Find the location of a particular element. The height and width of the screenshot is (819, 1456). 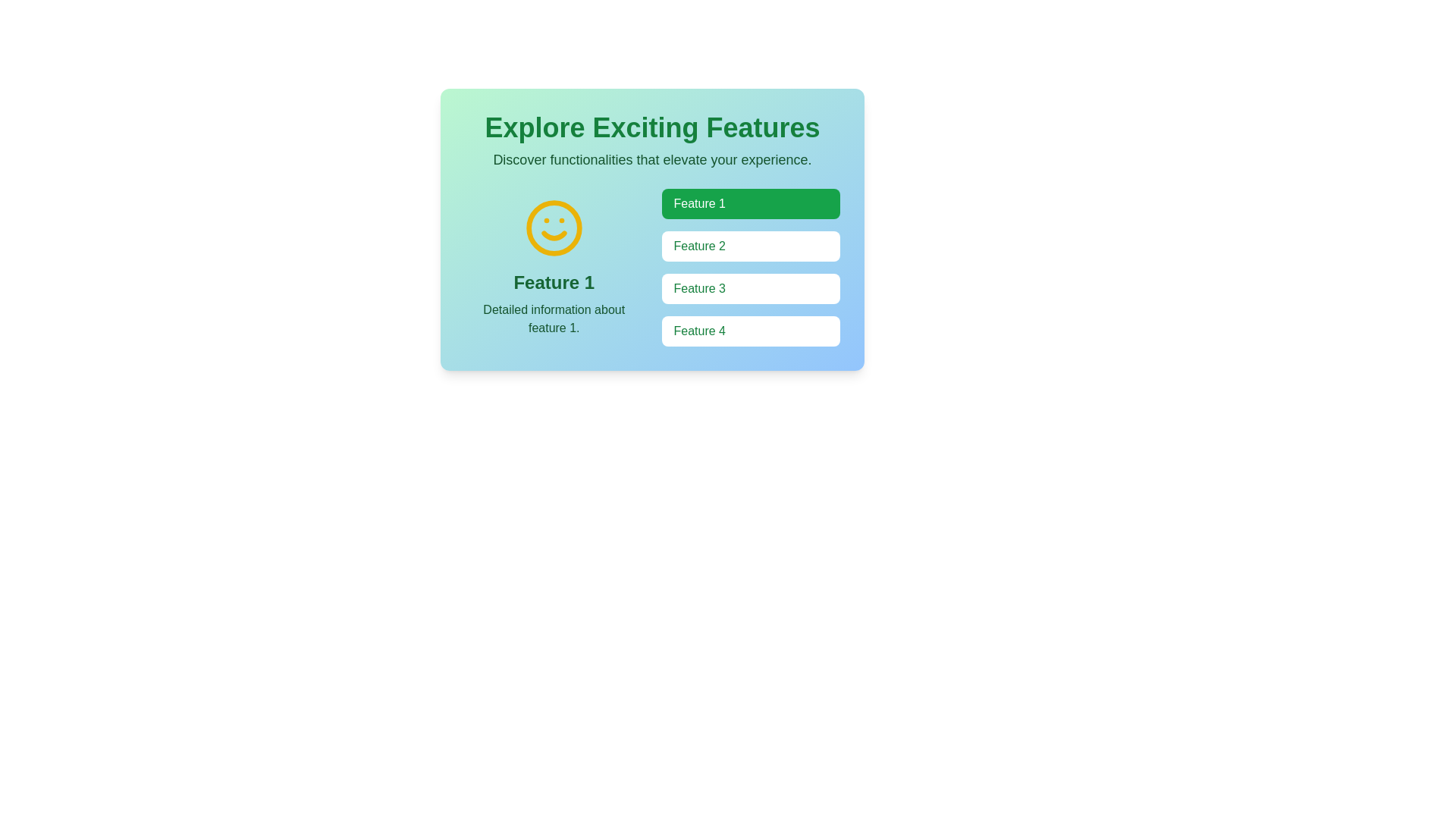

the circular smiling face decorative icon with a bright yellow outline, positioned above the heading 'Feature 1' is located at coordinates (553, 227).